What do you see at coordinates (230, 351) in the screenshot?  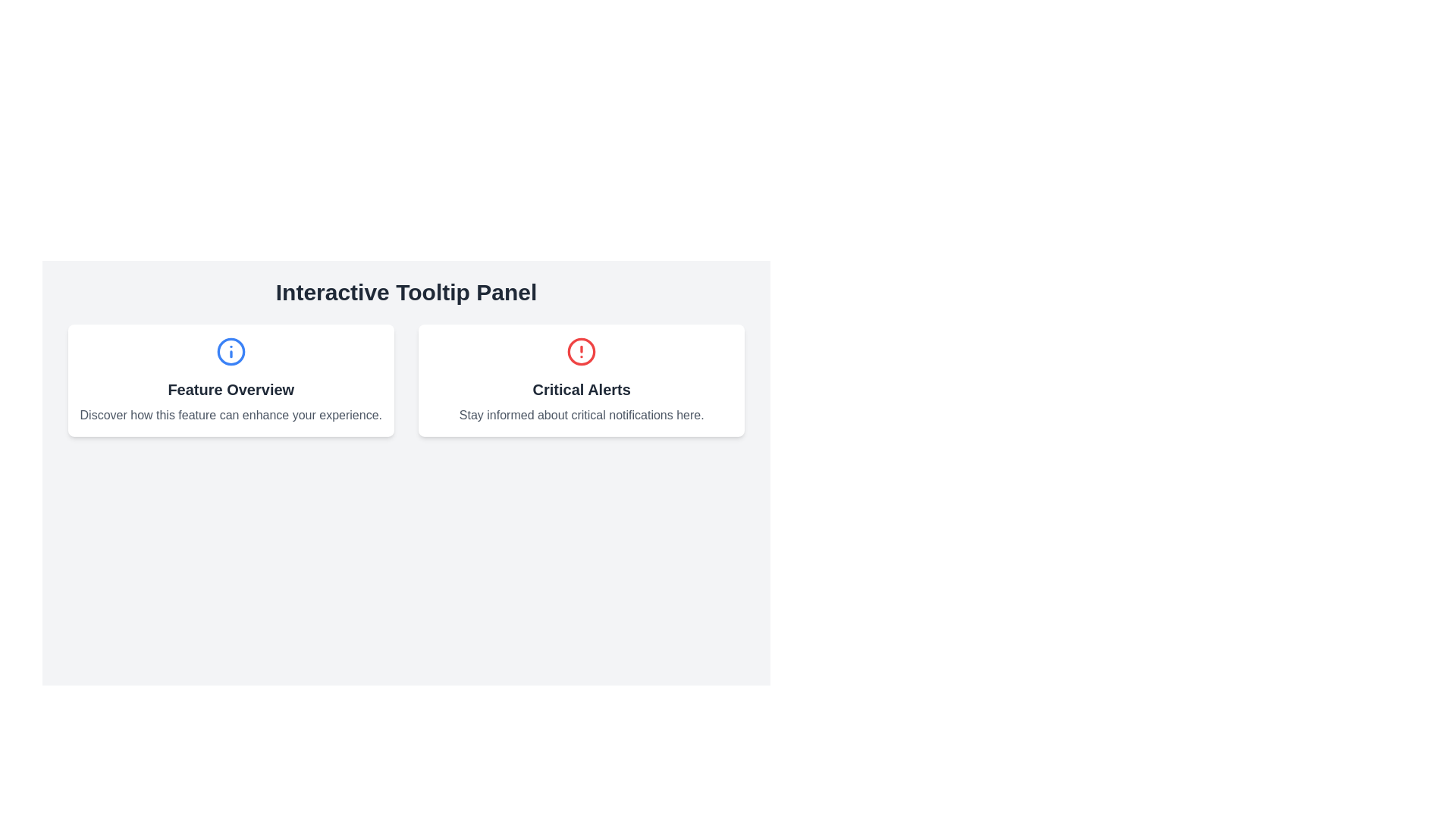 I see `the decorative graphic (SVG circle) that serves as a subcomponent of the informational icon positioned above the 'Feature Overview' text in the left card of the interface's two-card layout` at bounding box center [230, 351].